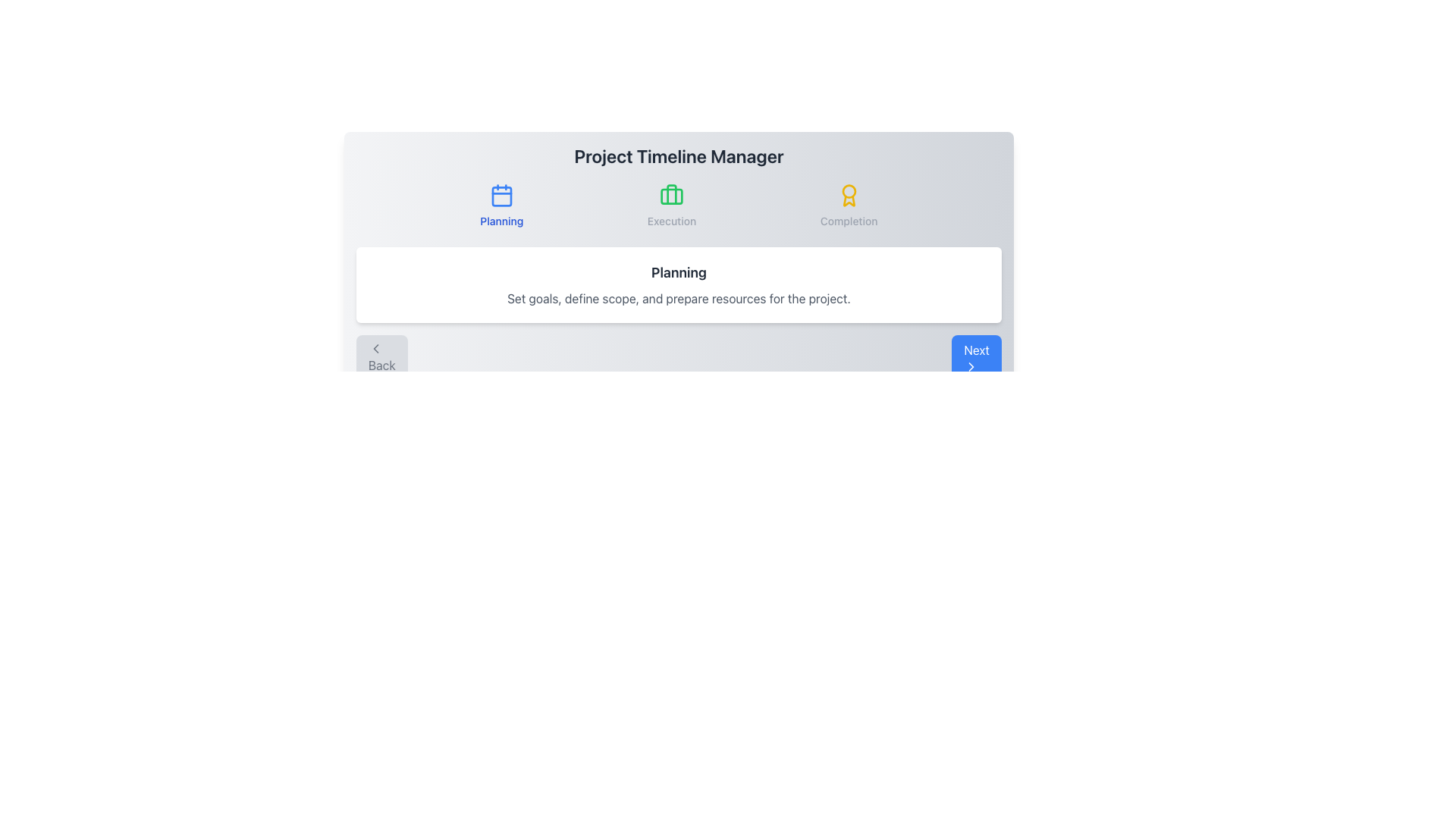 The image size is (1456, 819). What do you see at coordinates (671, 195) in the screenshot?
I see `the 'Execution' icon located centrally in the 'Execution' section of the UI, which is positioned beneath the 'Execution' label` at bounding box center [671, 195].